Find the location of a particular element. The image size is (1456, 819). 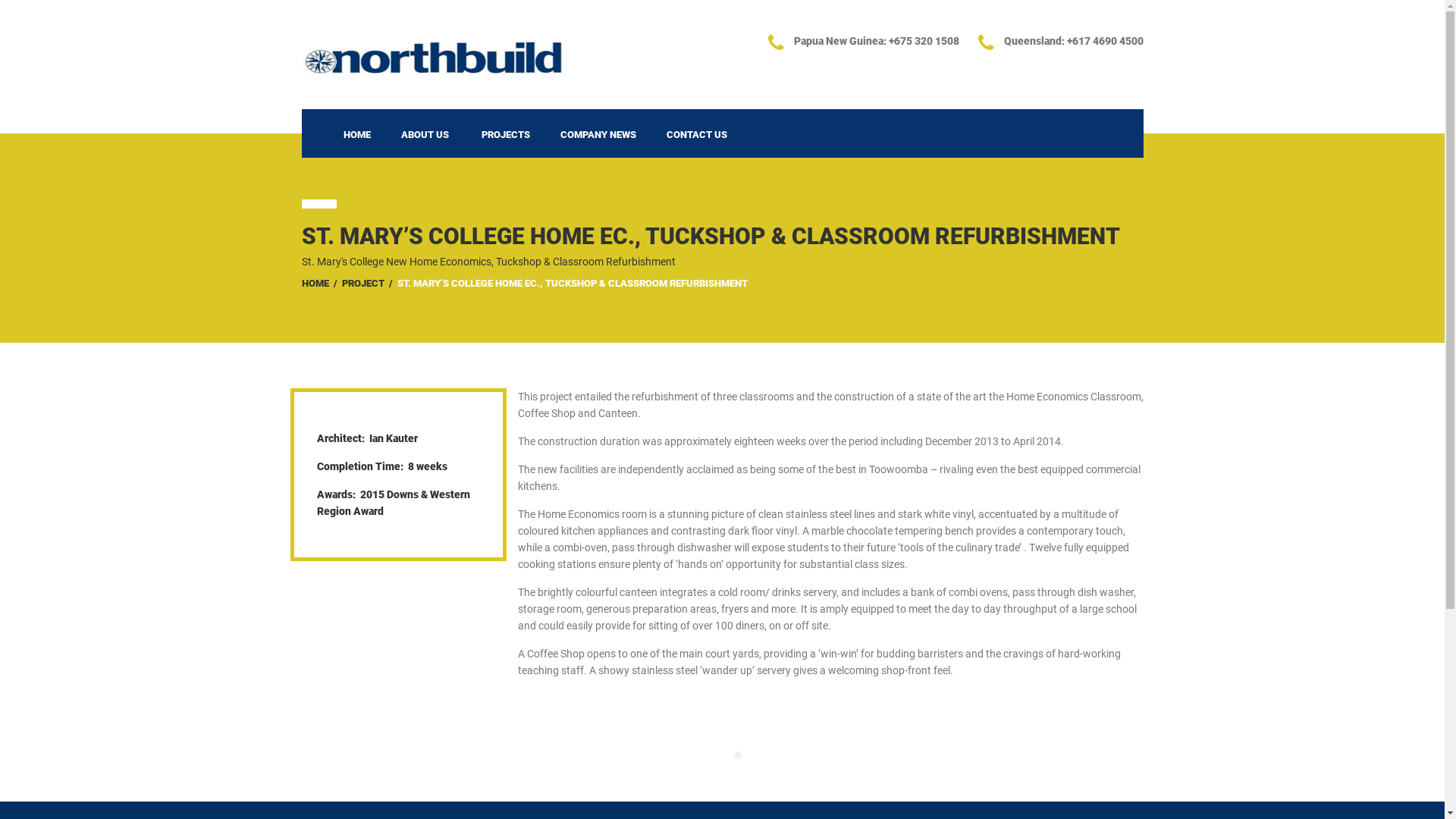

'PROJECTS' is located at coordinates (505, 133).